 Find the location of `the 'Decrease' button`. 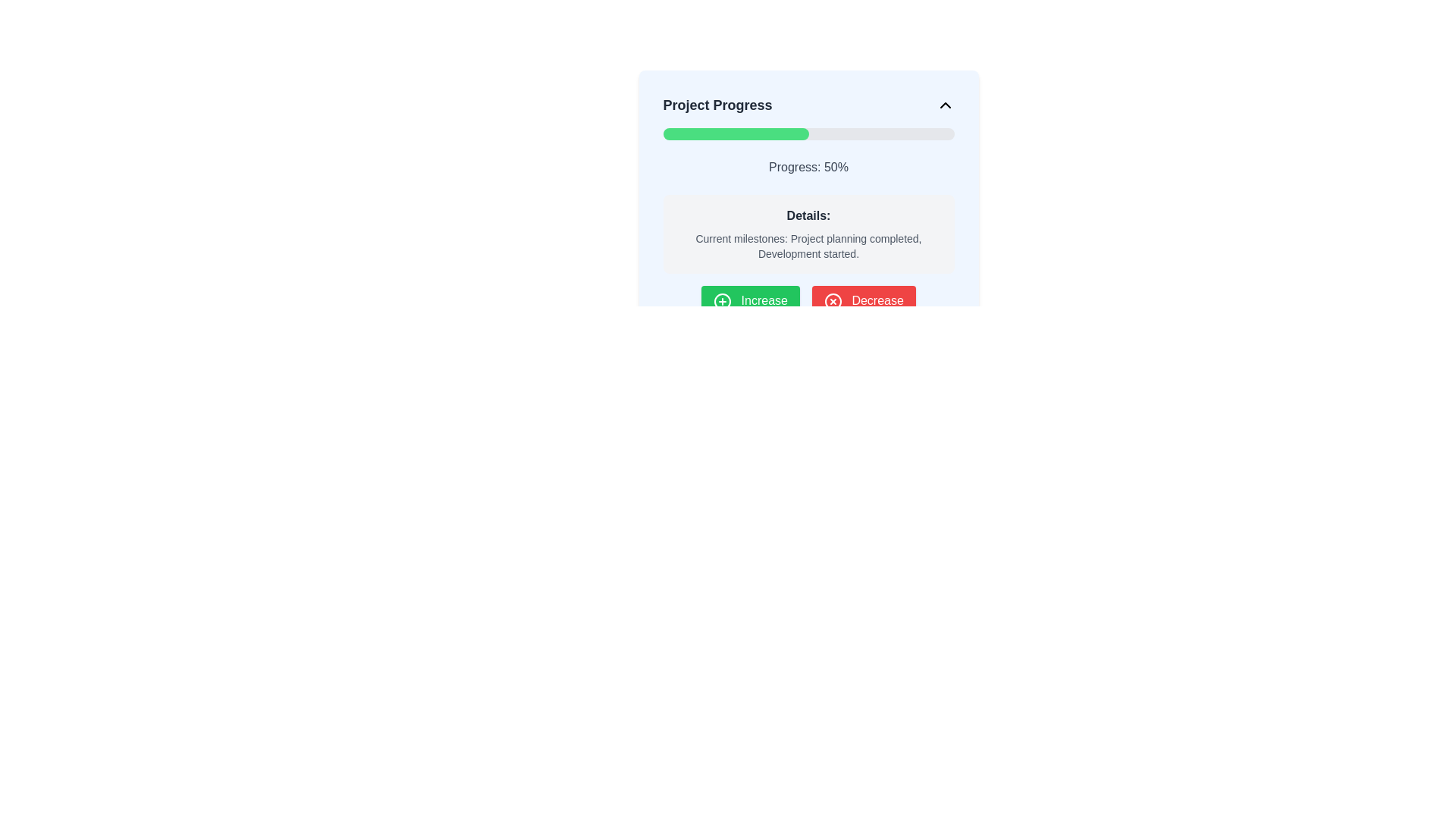

the 'Decrease' button is located at coordinates (864, 301).